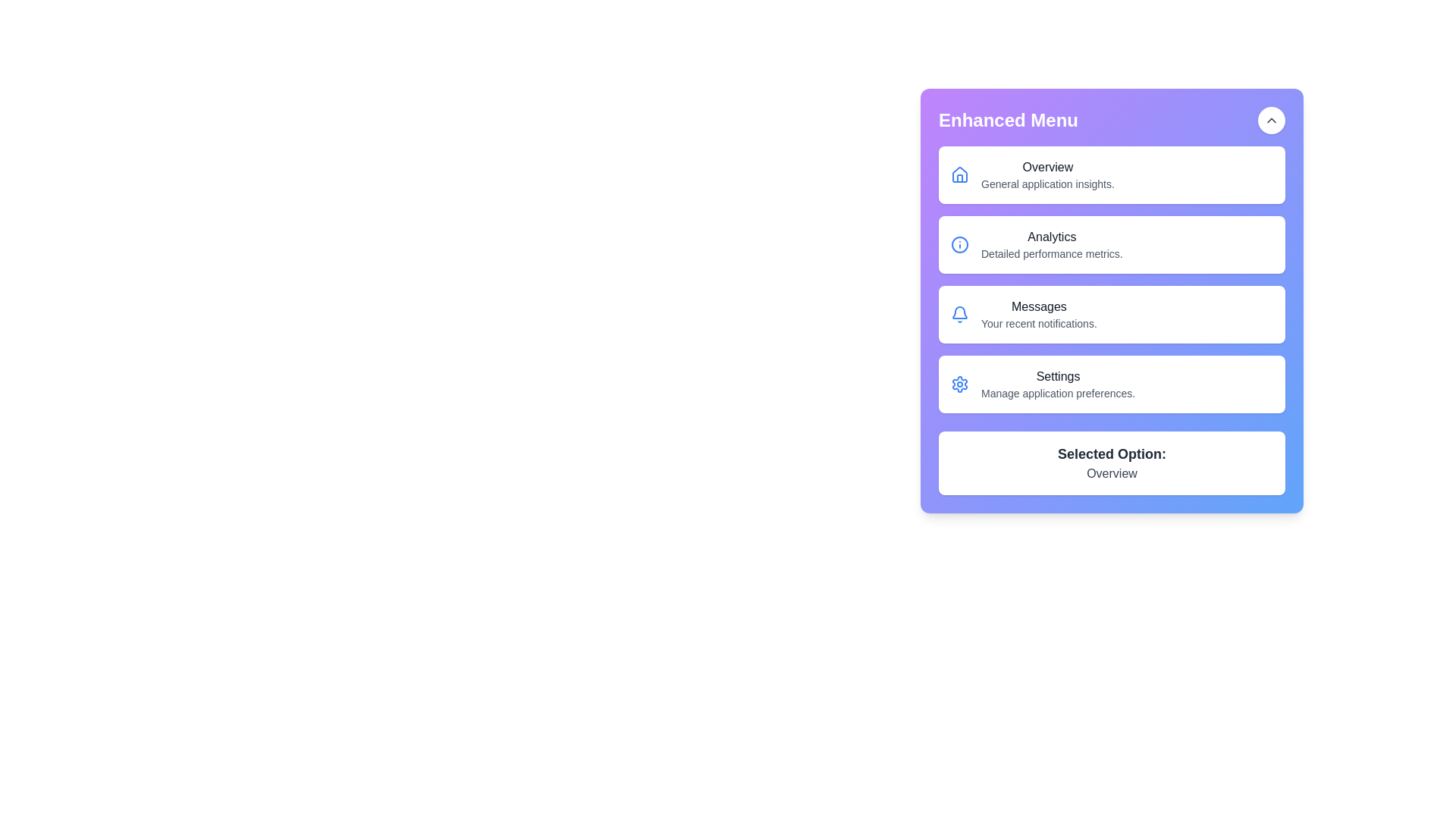 The height and width of the screenshot is (819, 1456). What do you see at coordinates (959, 244) in the screenshot?
I see `the informational icon associated with the 'Analytics' menu item, positioned to the left of the 'Analytics - Detailed performance metrics.' text` at bounding box center [959, 244].